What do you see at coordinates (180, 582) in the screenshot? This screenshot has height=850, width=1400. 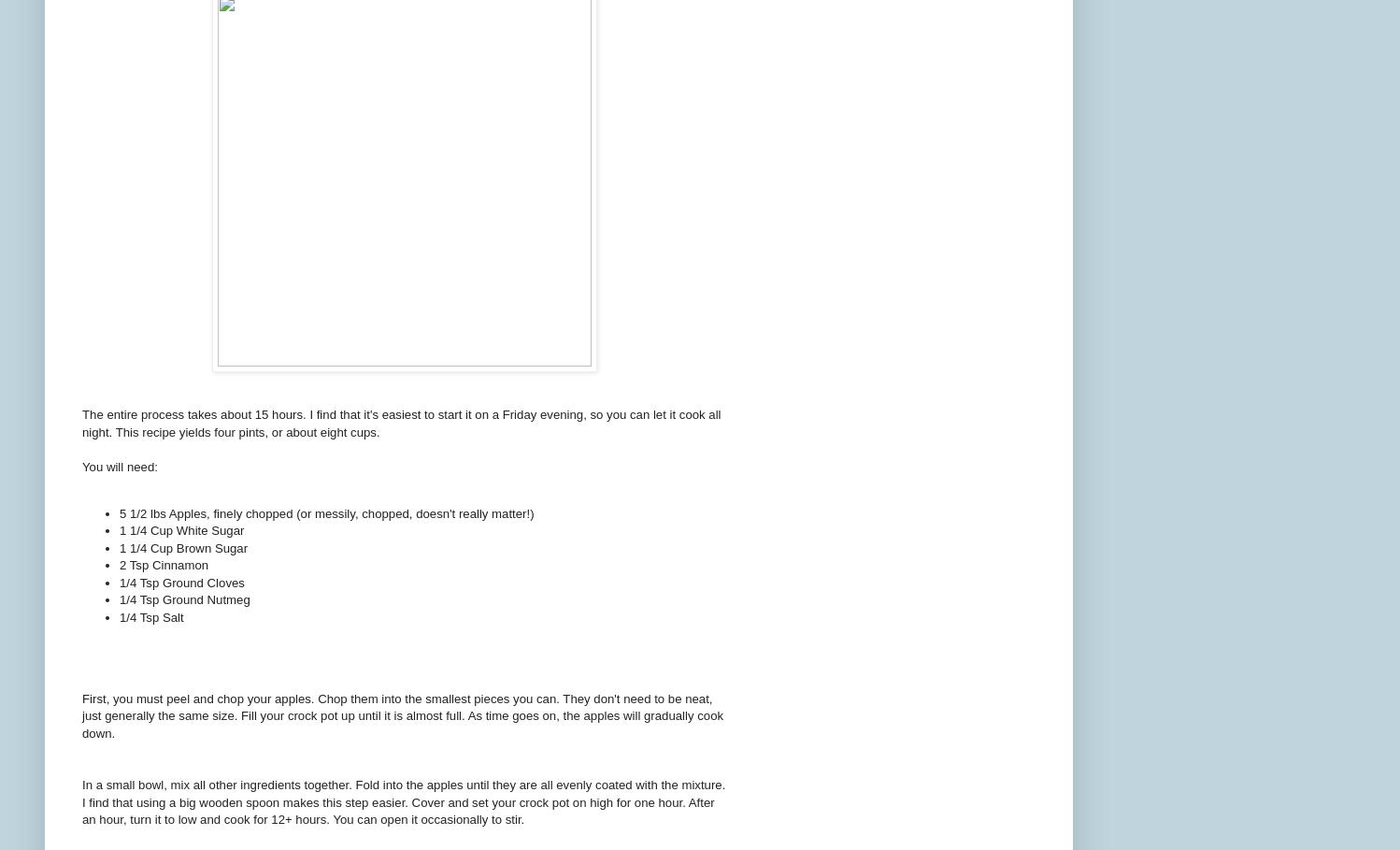 I see `'1/4 Tsp Ground Cloves'` at bounding box center [180, 582].